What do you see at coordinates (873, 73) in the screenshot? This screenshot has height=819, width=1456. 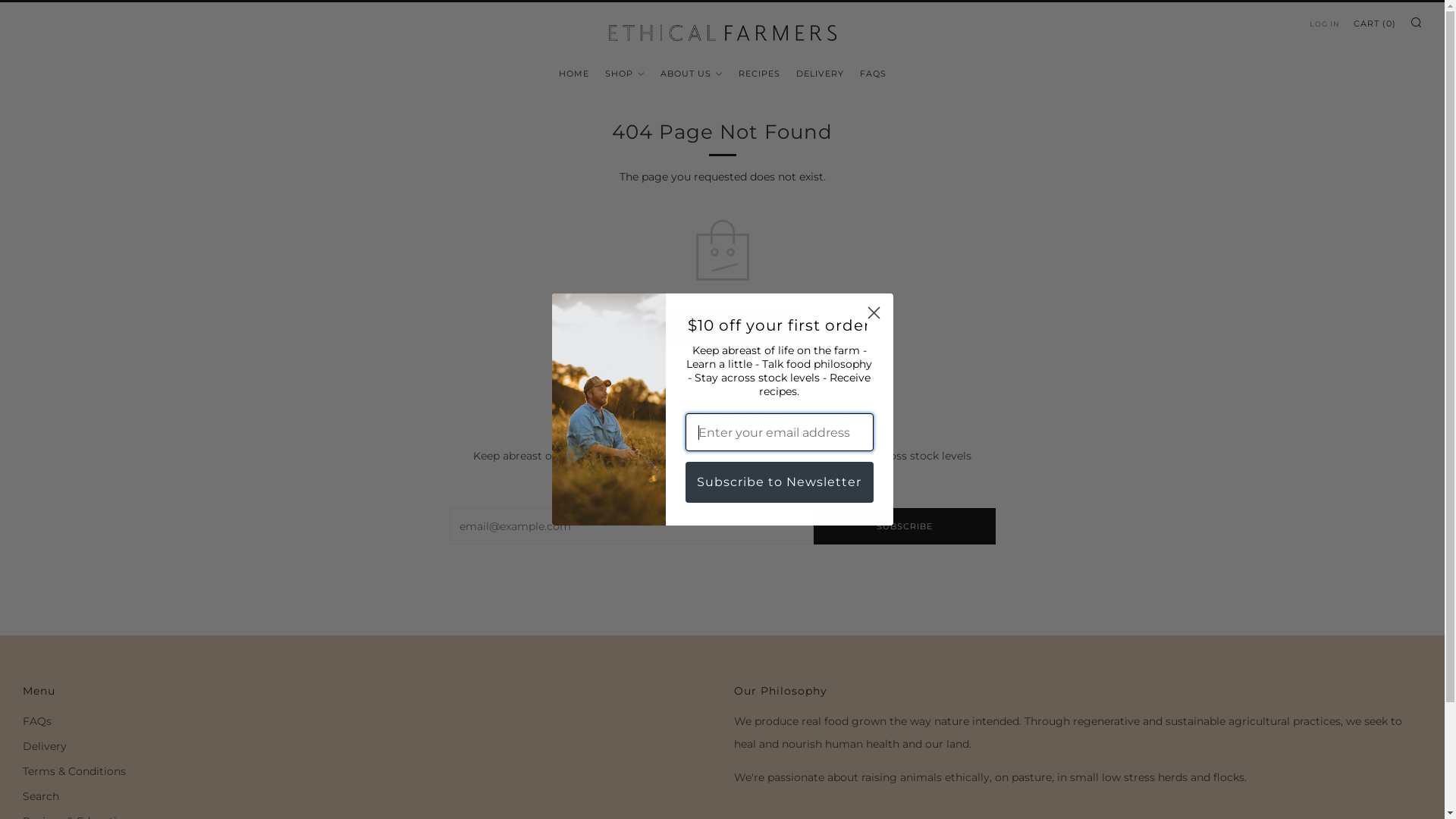 I see `'FAQS'` at bounding box center [873, 73].